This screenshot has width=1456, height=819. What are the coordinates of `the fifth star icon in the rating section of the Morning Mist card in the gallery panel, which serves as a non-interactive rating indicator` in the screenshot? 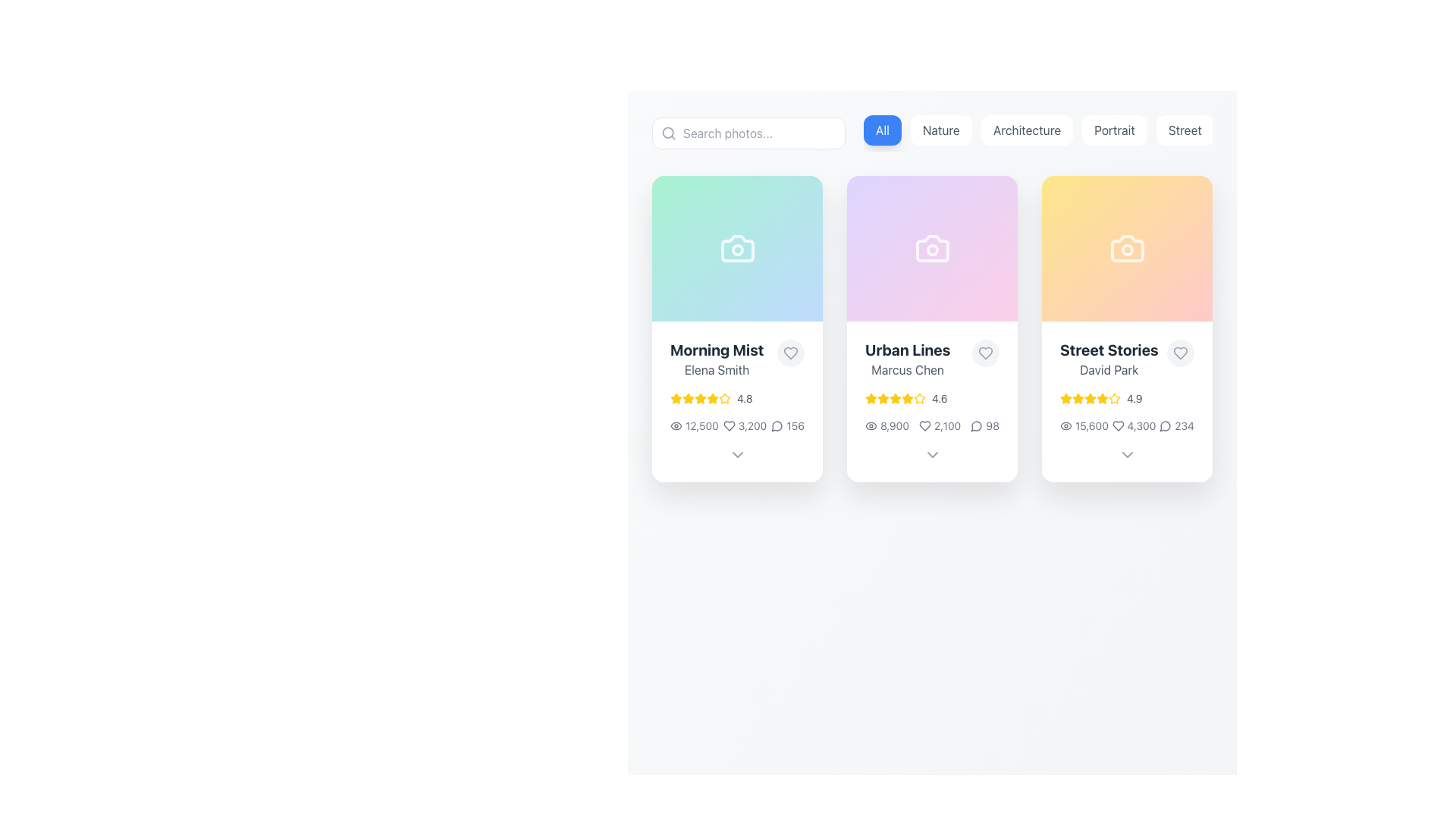 It's located at (723, 397).